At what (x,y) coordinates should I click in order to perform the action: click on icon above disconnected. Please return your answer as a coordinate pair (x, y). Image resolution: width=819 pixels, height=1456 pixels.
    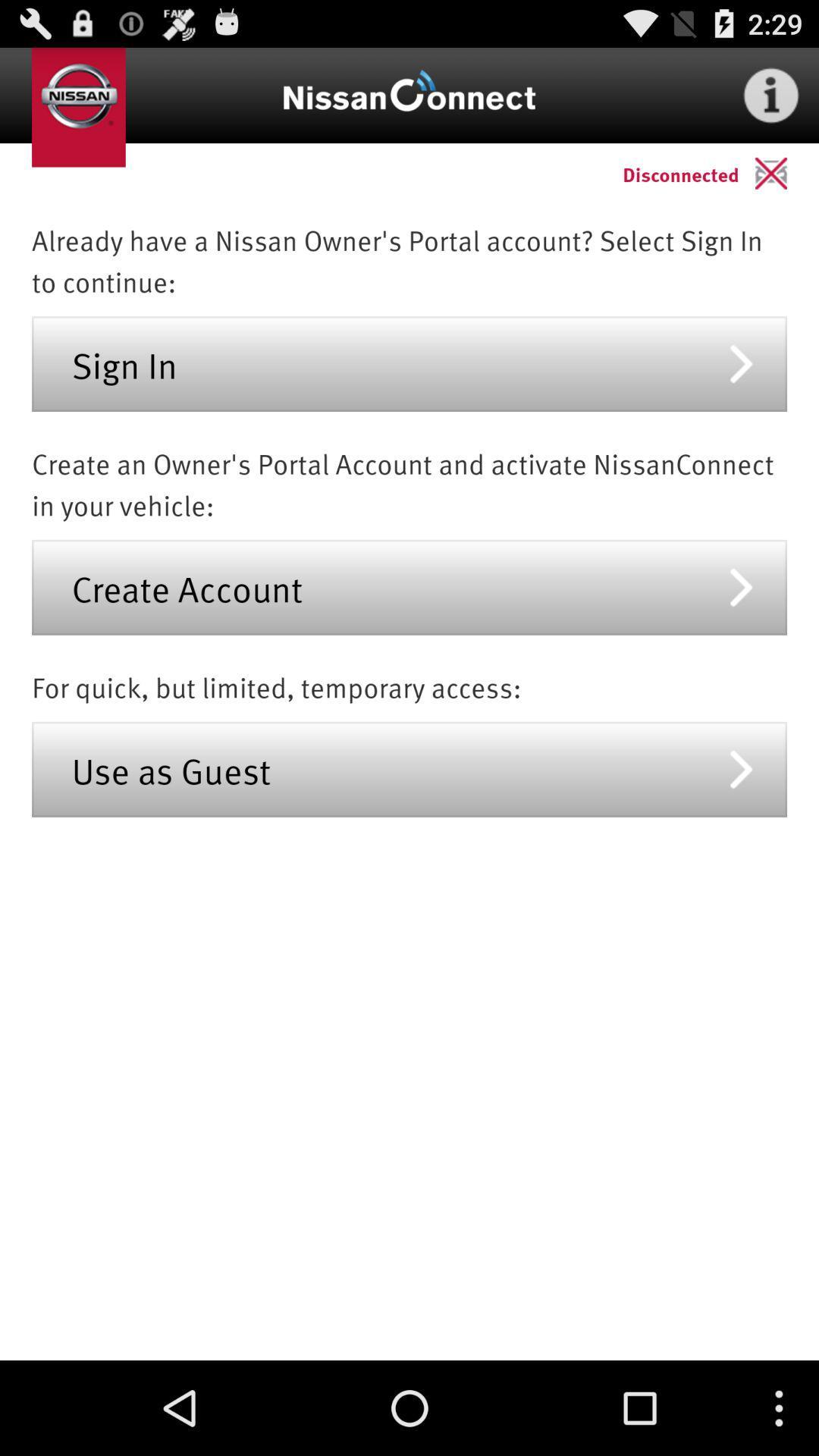
    Looking at the image, I should click on (771, 94).